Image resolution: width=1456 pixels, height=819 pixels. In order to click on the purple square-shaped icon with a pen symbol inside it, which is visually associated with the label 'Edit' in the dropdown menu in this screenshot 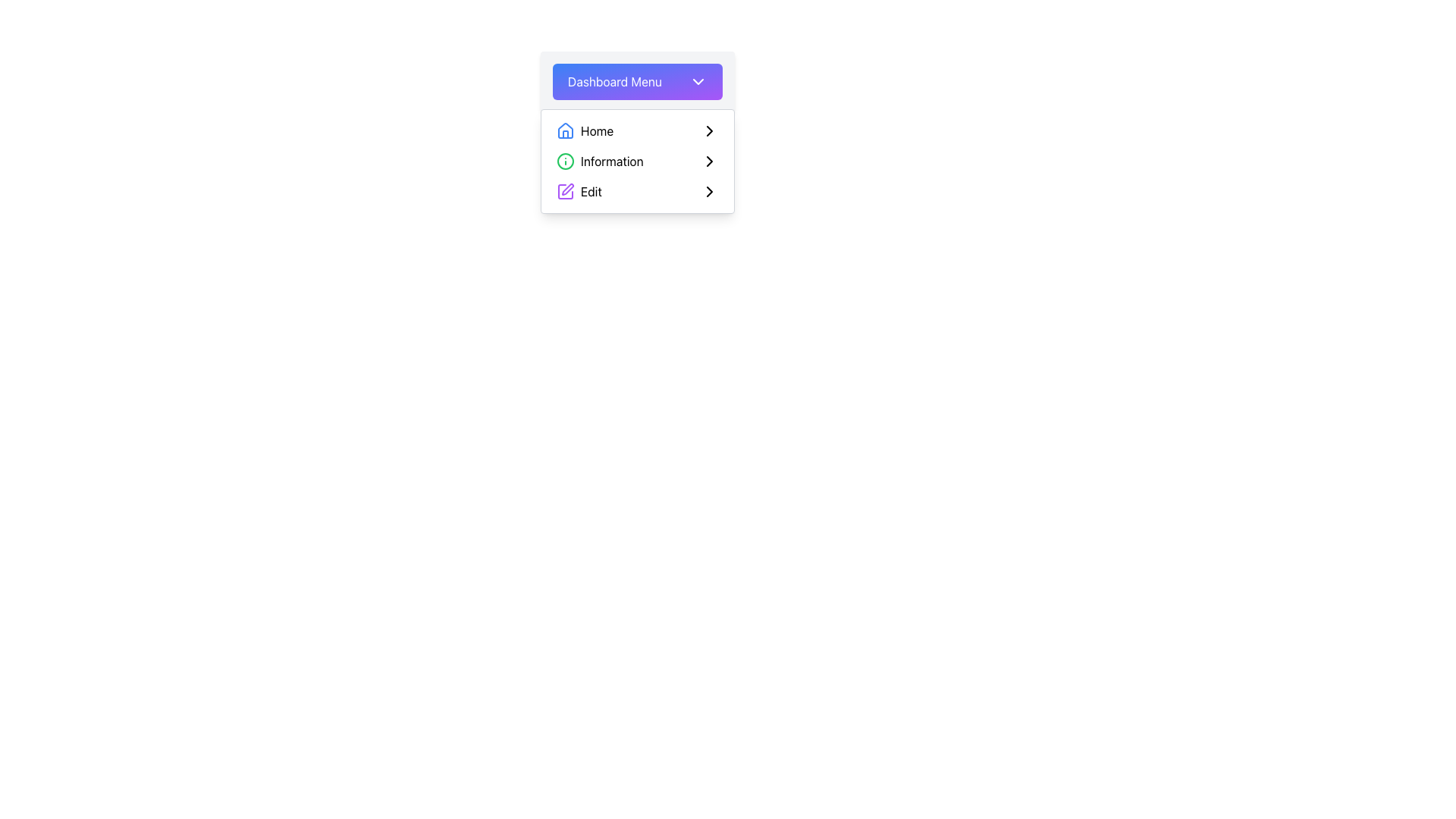, I will do `click(564, 191)`.